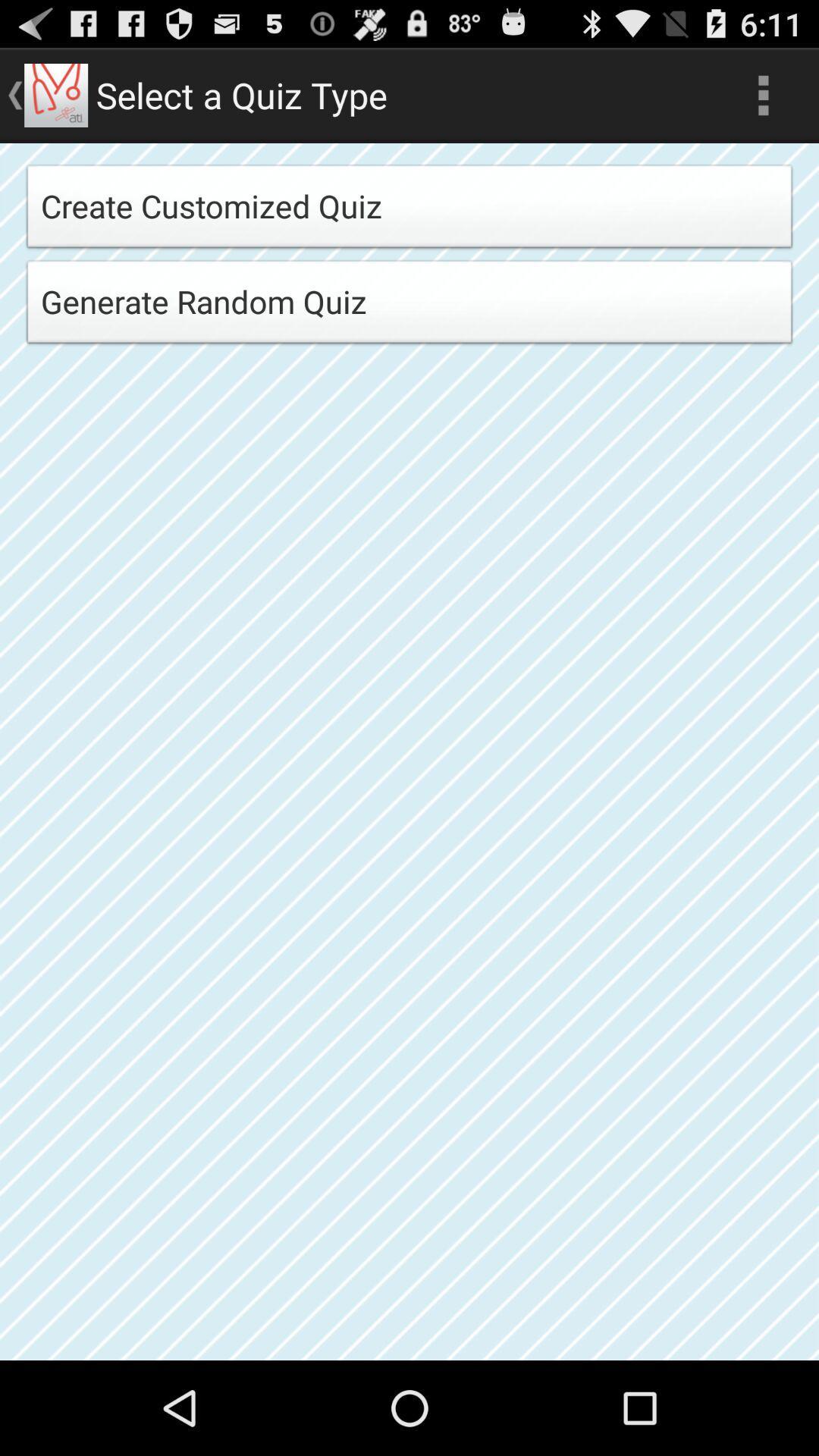  I want to click on create customized quiz icon, so click(409, 210).